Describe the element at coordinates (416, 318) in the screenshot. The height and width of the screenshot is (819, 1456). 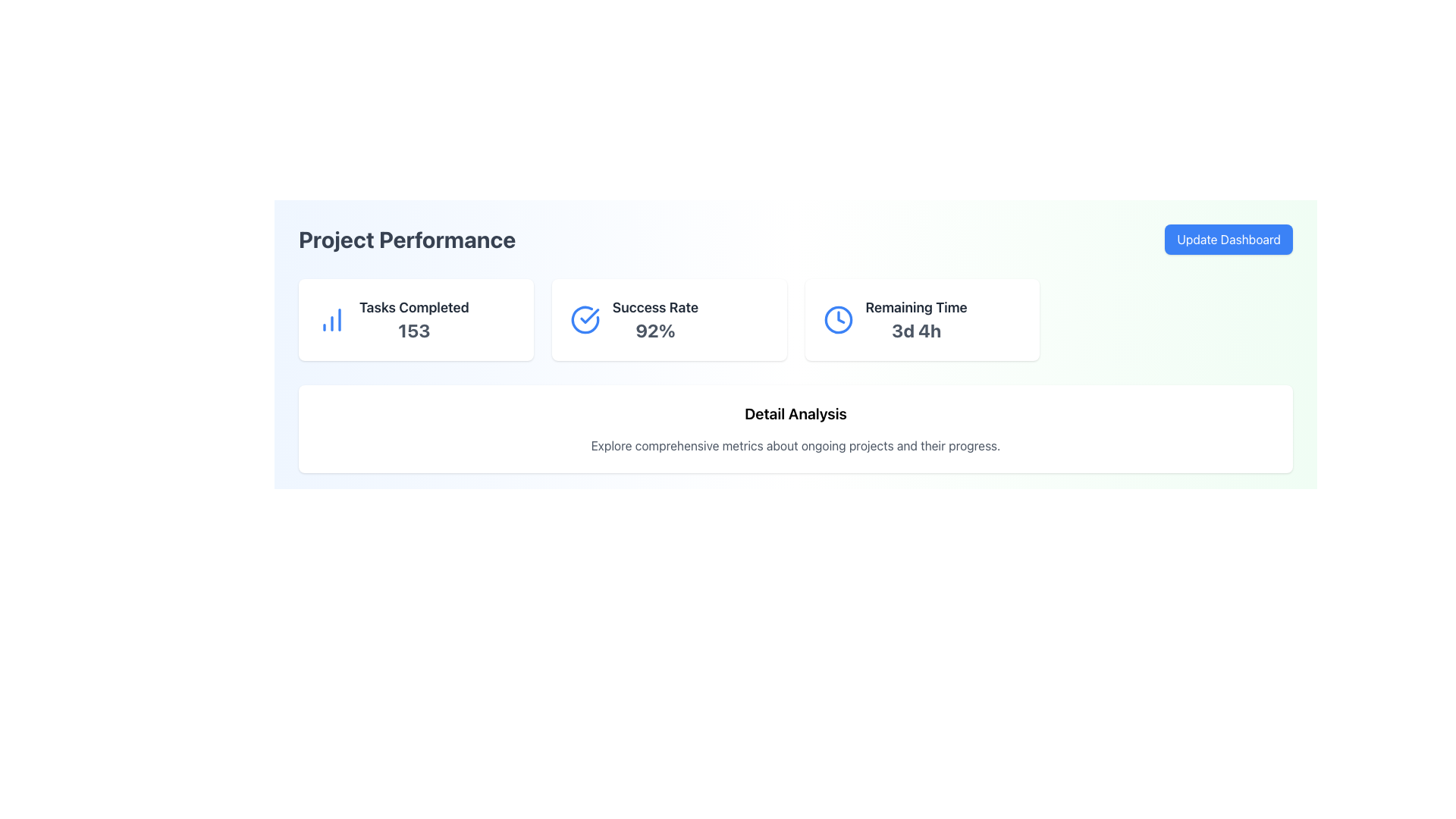
I see `the 'Tasks Completed' card, which displays the metric '153' in a larger font and is located in the top-left quadrant of the grid, to associate this metric with related data` at that location.